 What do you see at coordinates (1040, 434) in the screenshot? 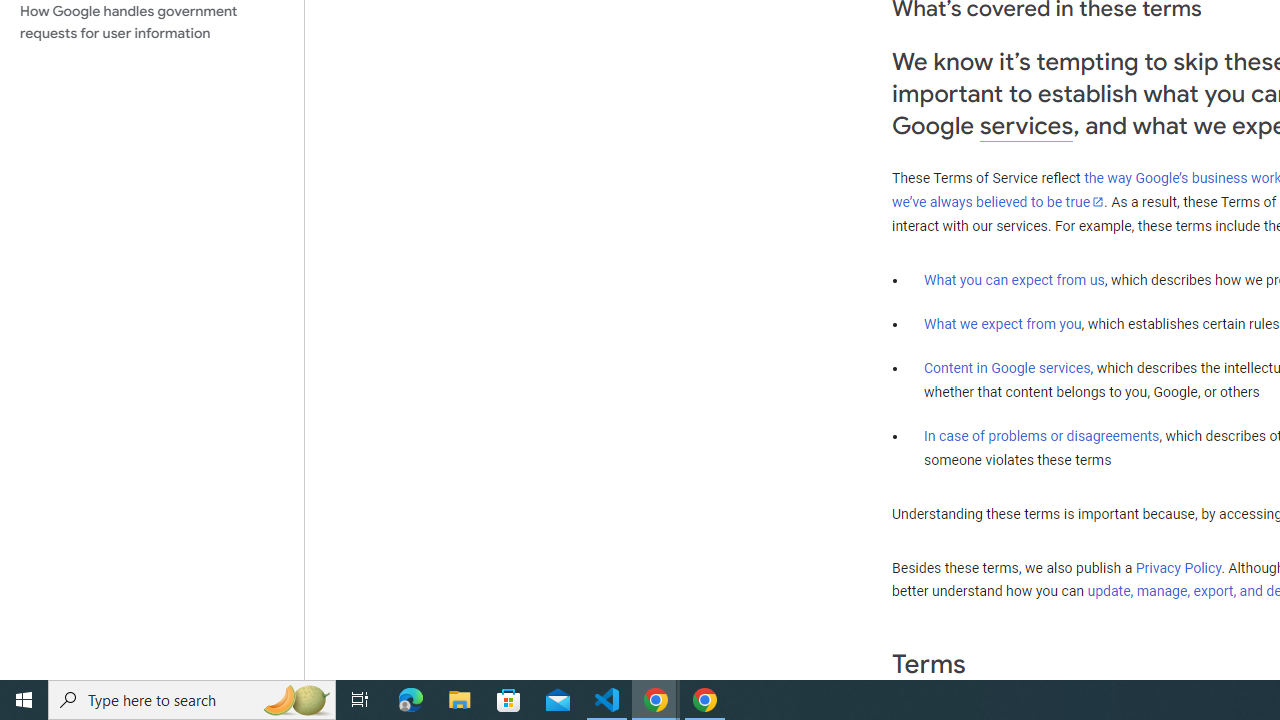
I see `'In case of problems or disagreements'` at bounding box center [1040, 434].